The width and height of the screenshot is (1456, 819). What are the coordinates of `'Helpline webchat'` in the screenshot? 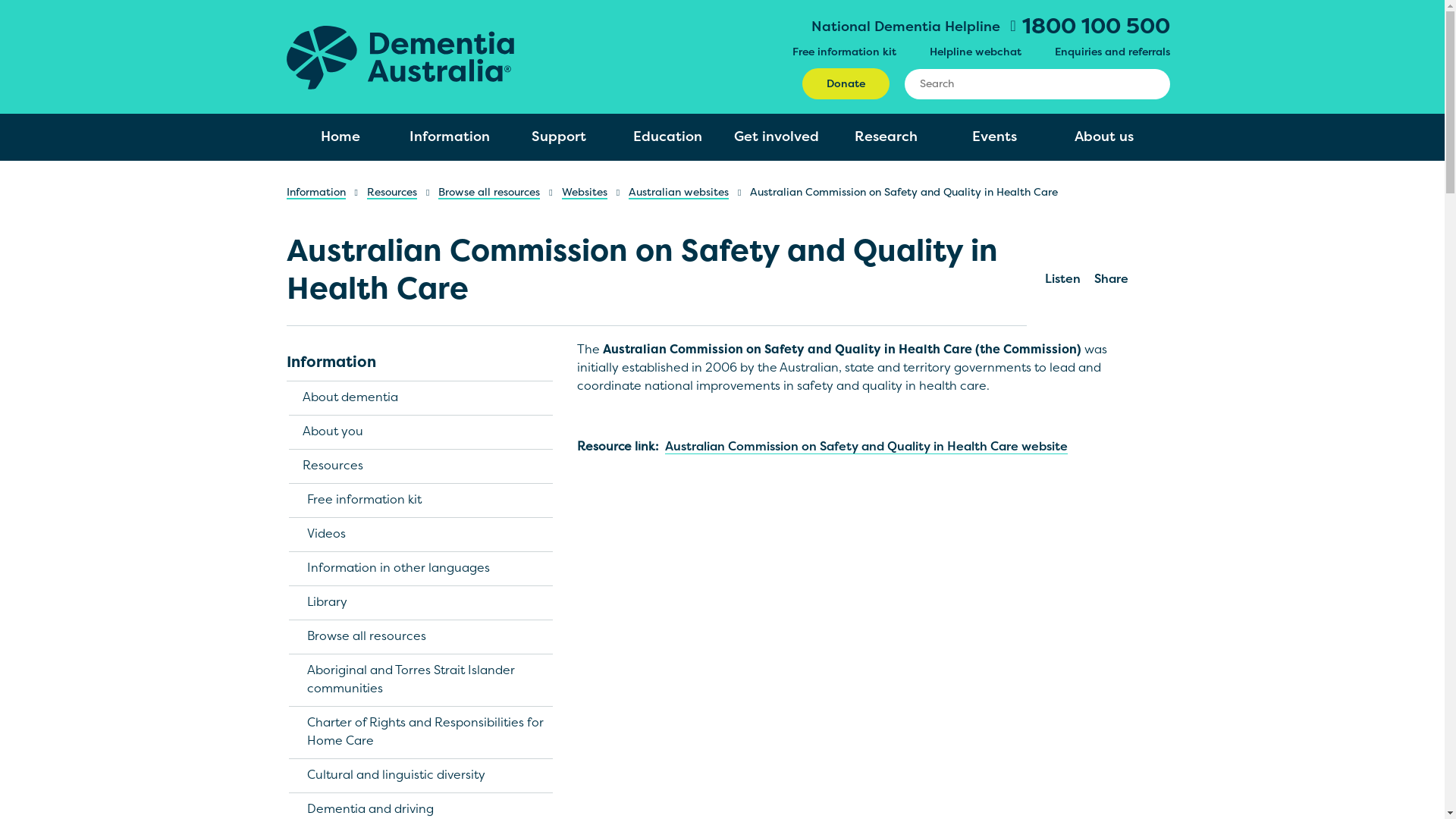 It's located at (975, 52).